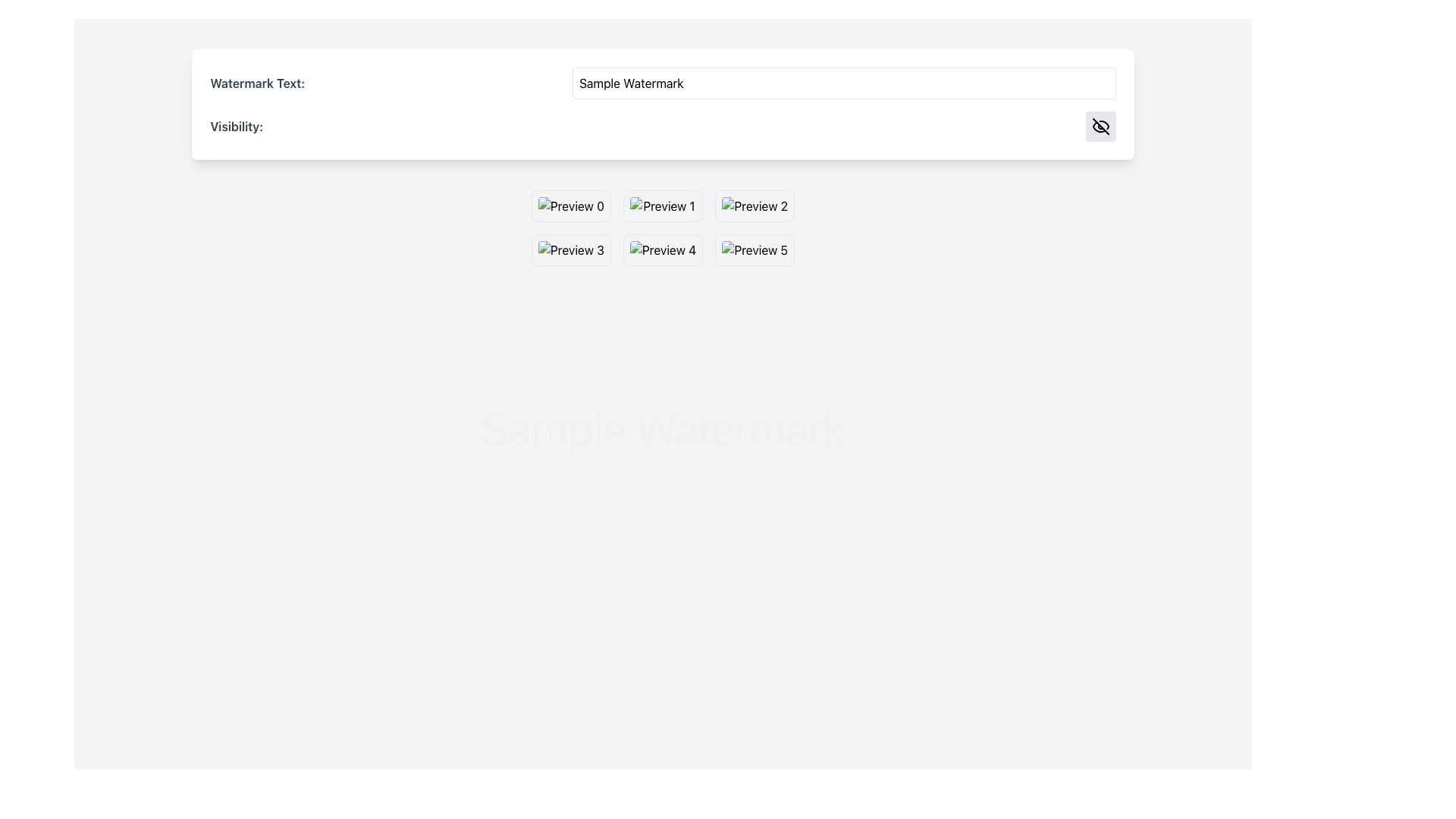  Describe the element at coordinates (755, 206) in the screenshot. I see `the image preview component of the selectable preview card labeled 'Preview 2', which is located in the first row, third column of the grid` at that location.